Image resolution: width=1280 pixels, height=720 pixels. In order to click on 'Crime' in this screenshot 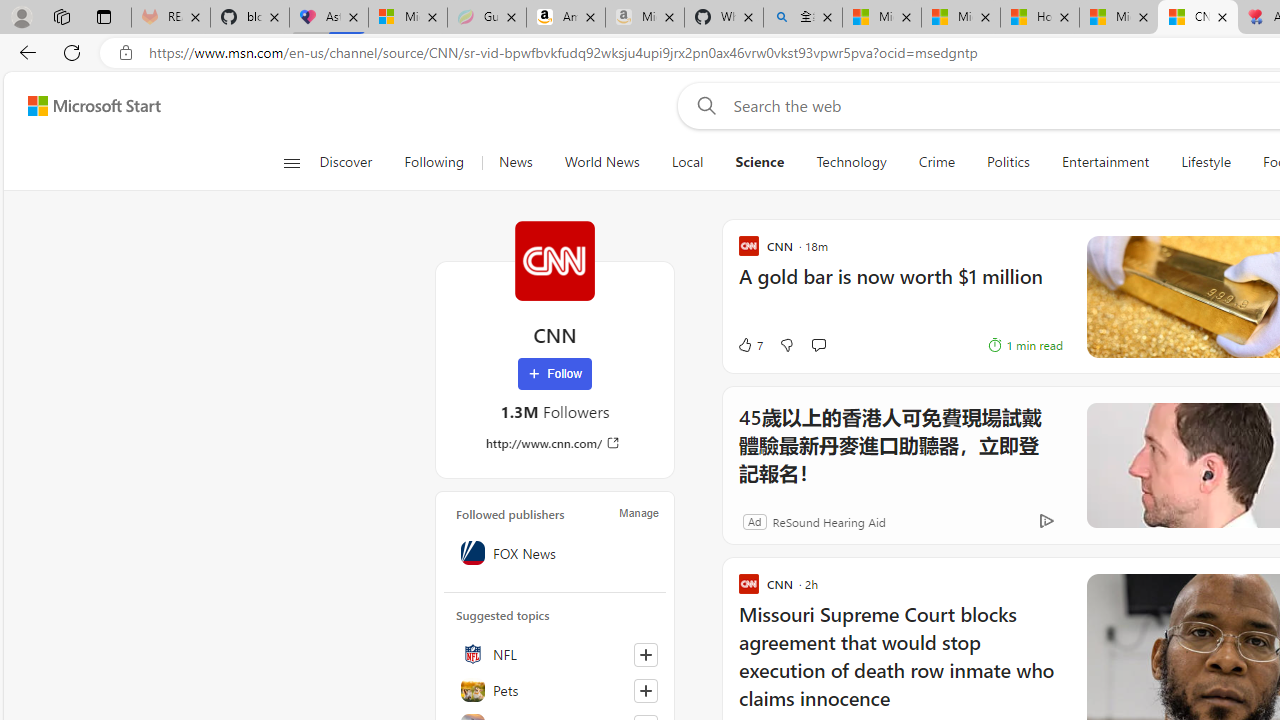, I will do `click(935, 162)`.